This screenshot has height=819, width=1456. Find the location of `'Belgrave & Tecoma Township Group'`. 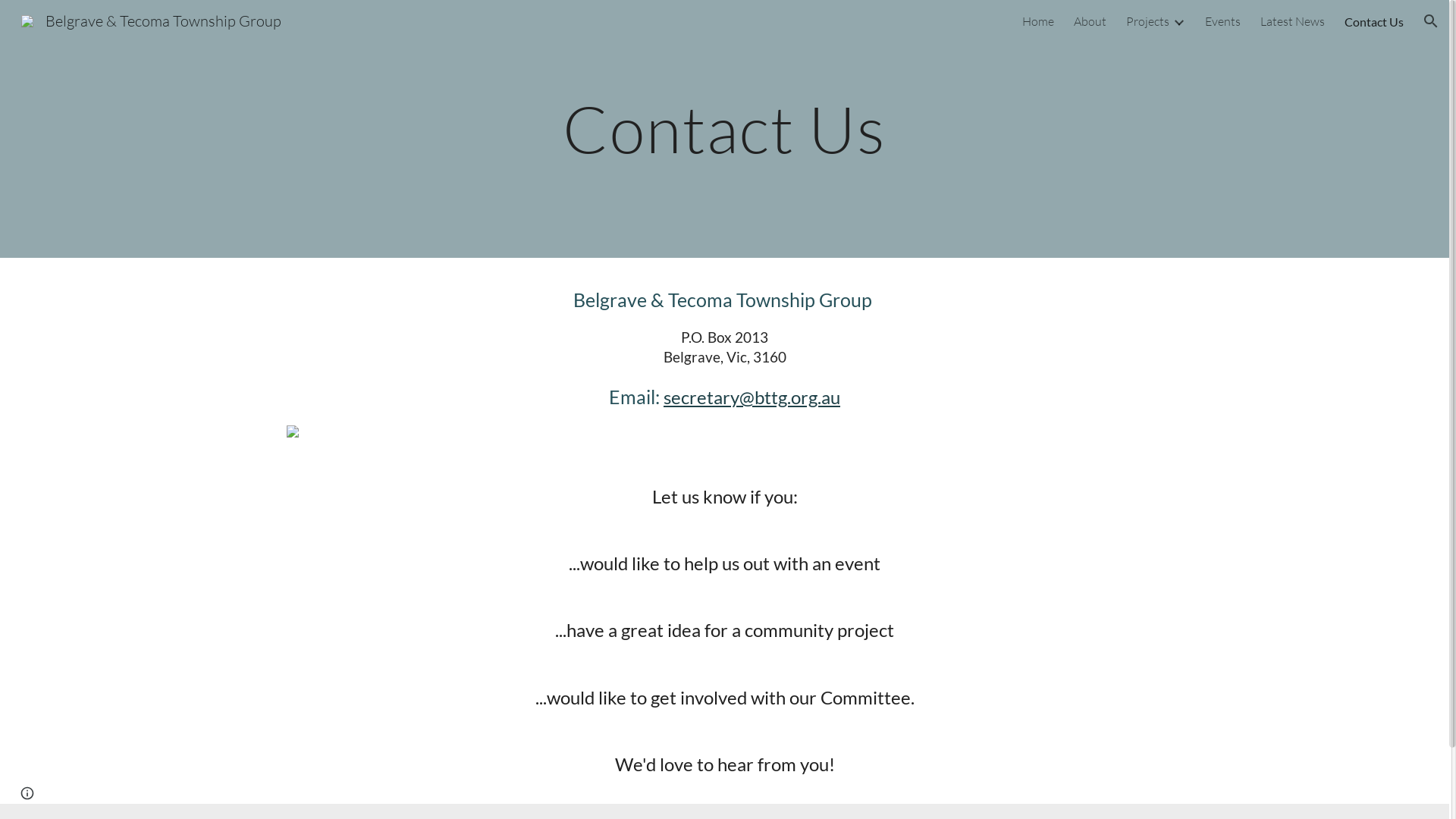

'Belgrave & Tecoma Township Group' is located at coordinates (11, 19).